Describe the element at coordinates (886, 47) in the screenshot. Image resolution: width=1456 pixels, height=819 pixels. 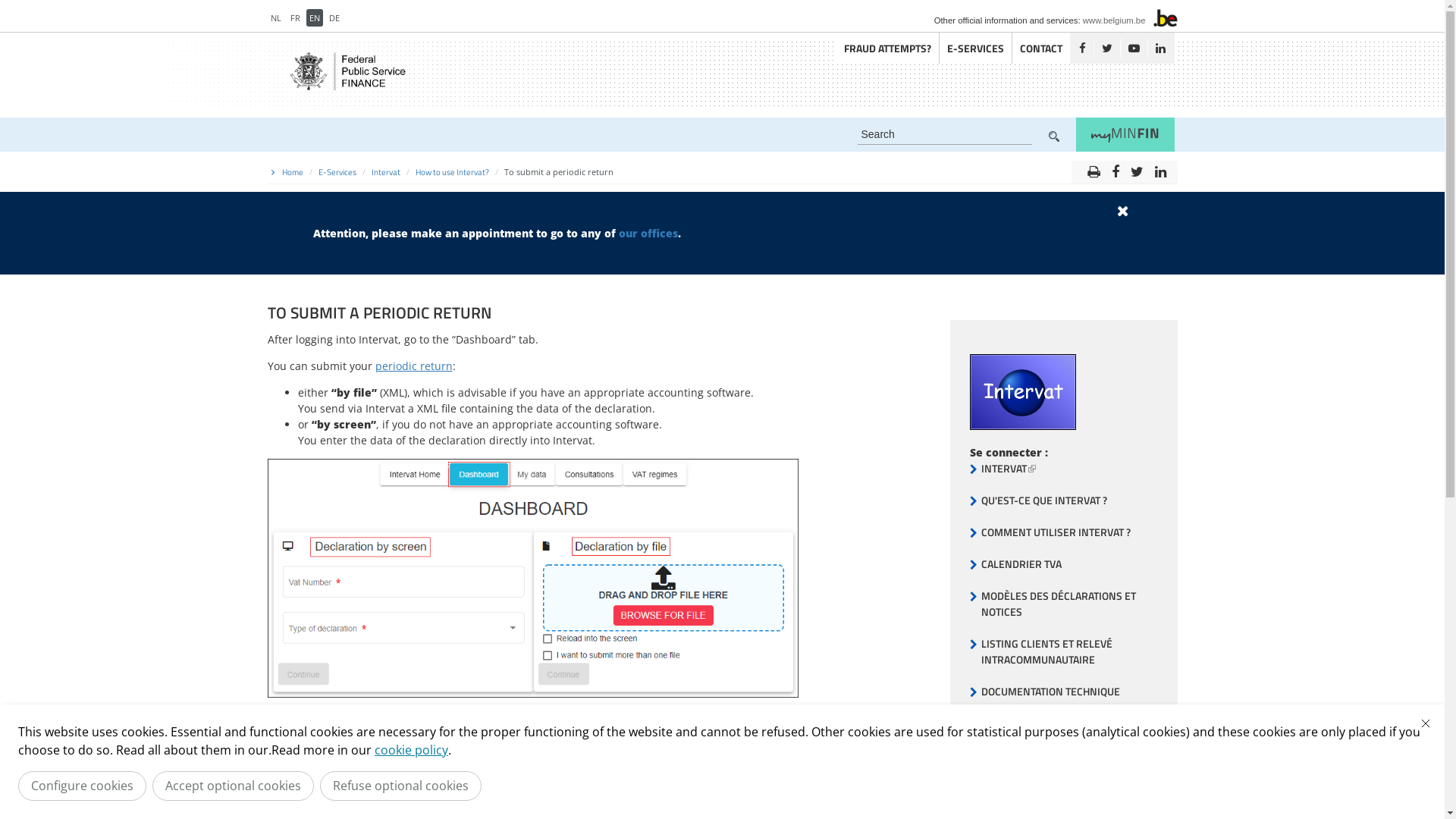
I see `'FRAUD ATTEMPTS?'` at that location.